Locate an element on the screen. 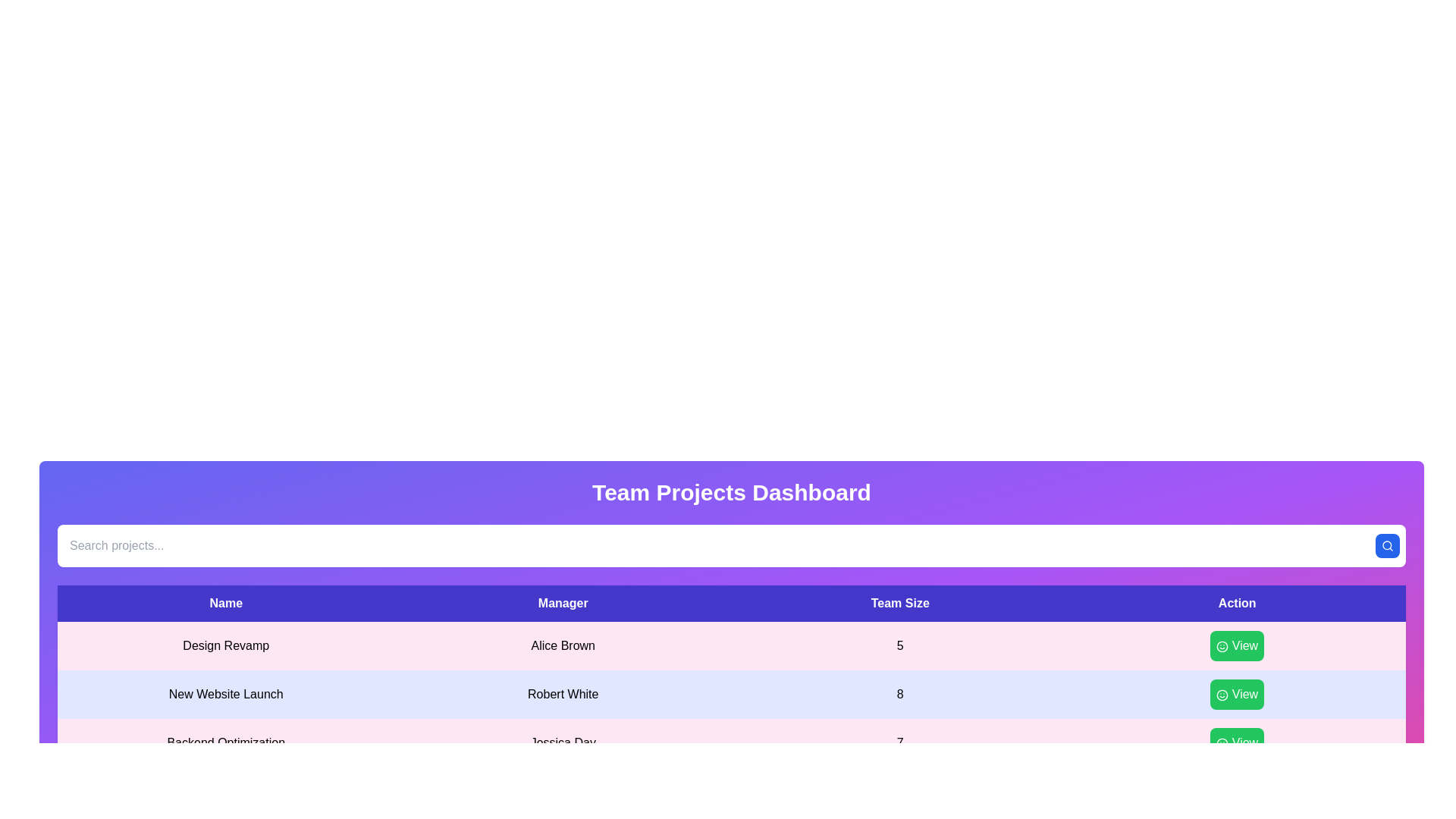 Image resolution: width=1456 pixels, height=819 pixels. the green 'View' button with a smiley icon in the 'Action' column of the first row for the project 'Design Revamp' is located at coordinates (1237, 646).